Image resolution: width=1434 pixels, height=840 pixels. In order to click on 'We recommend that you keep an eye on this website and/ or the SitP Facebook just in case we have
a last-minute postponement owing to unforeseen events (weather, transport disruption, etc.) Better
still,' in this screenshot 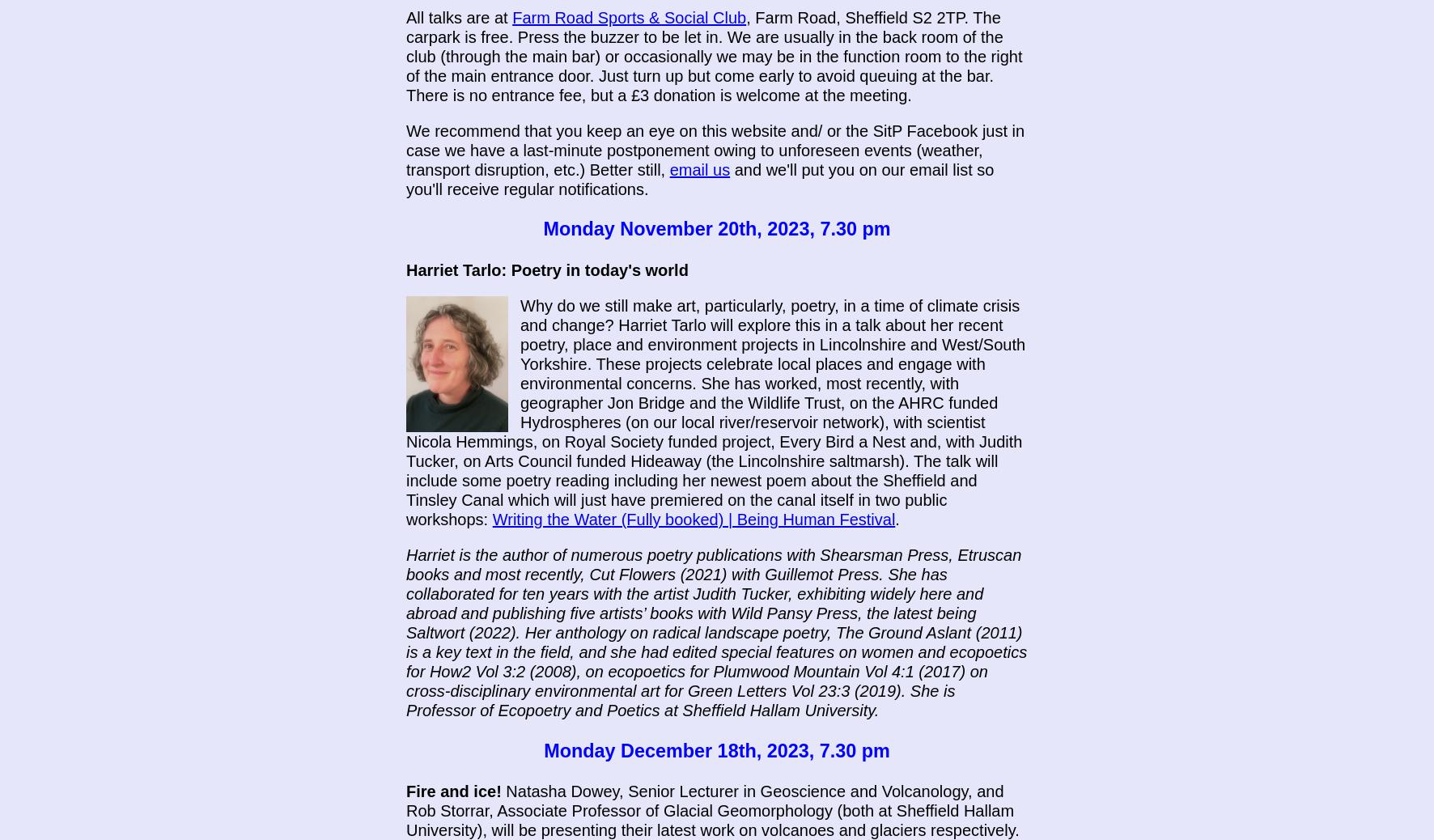, I will do `click(715, 150)`.